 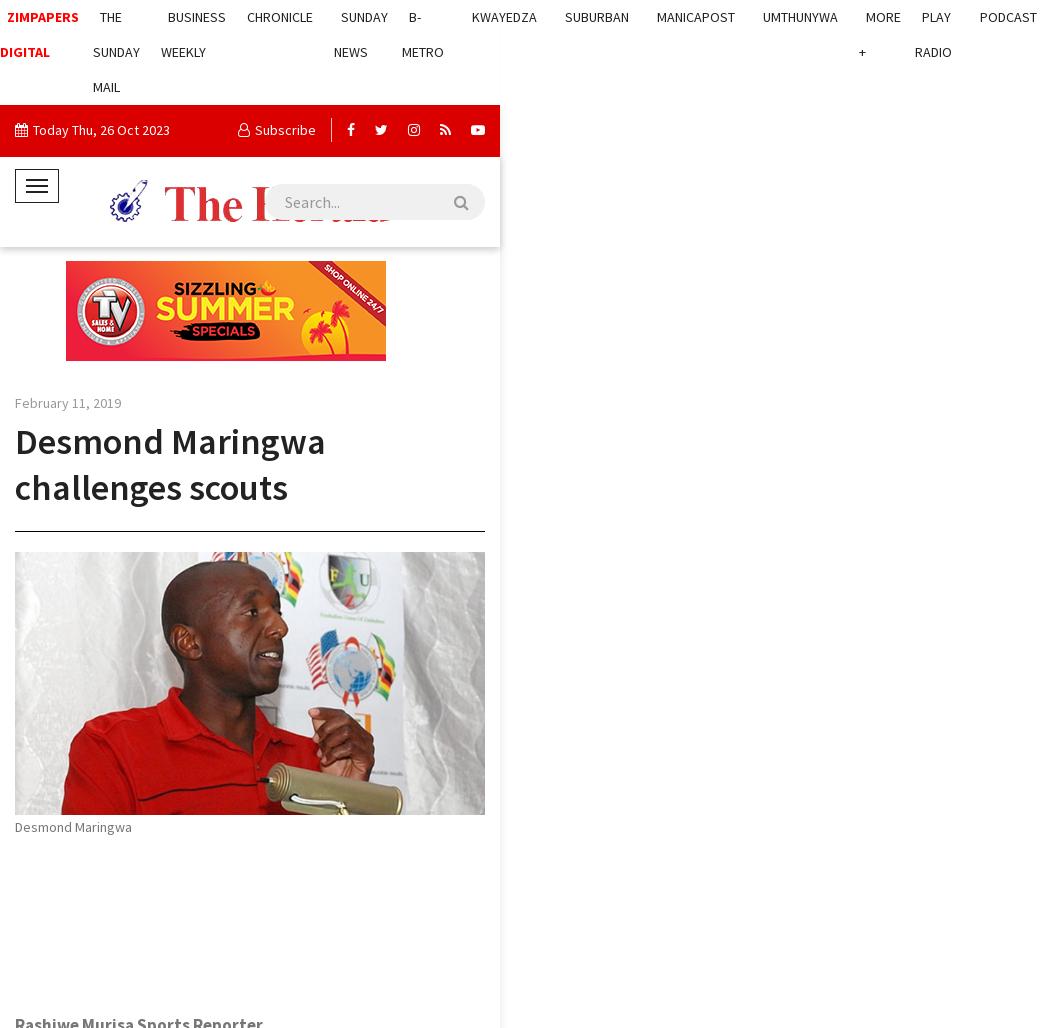 I want to click on 'Today Thu, 26 Oct 2023', so click(x=101, y=130).